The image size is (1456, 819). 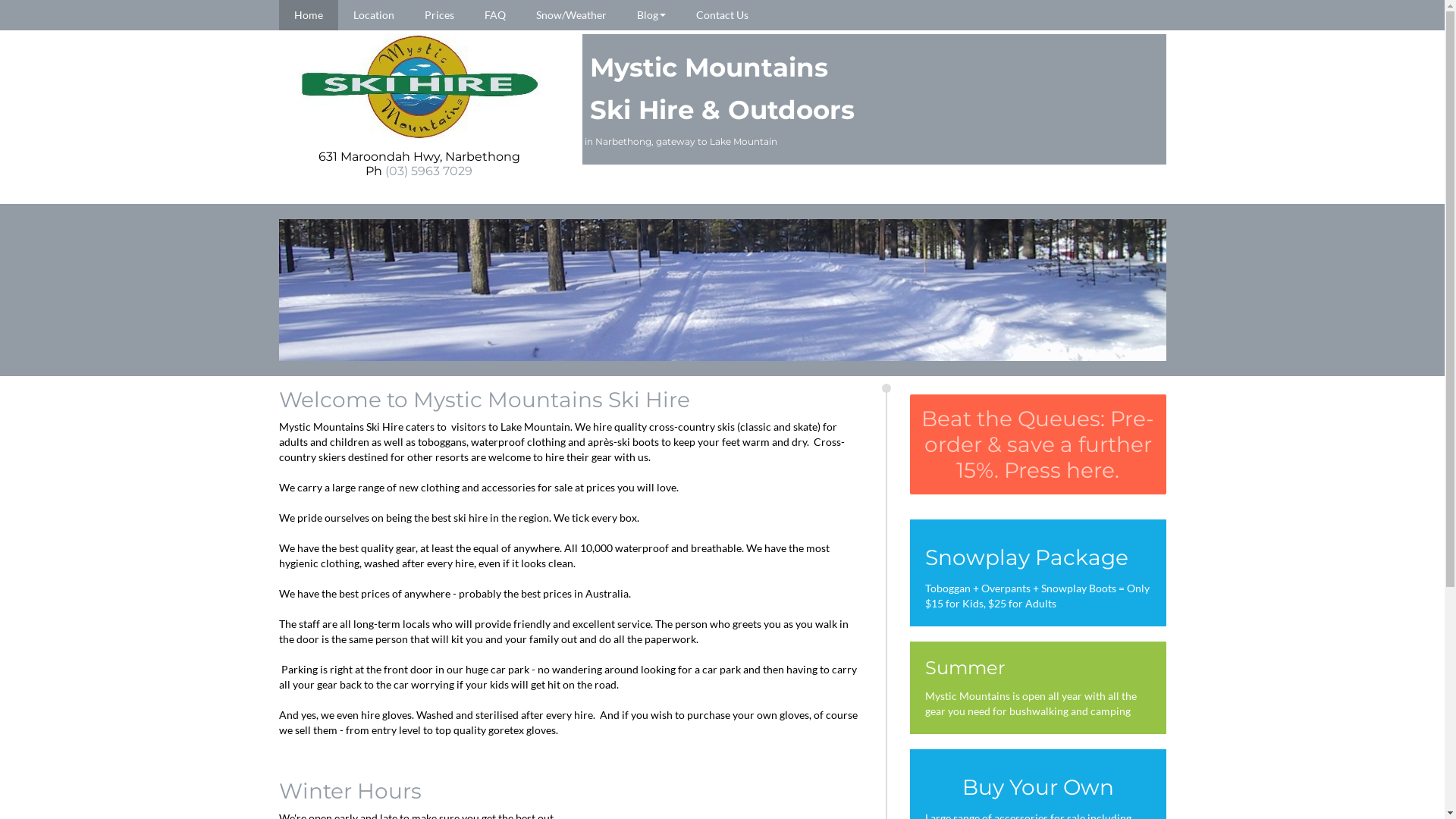 I want to click on 'Welcome to Mystic Mountains Ski Hire', so click(x=483, y=399).